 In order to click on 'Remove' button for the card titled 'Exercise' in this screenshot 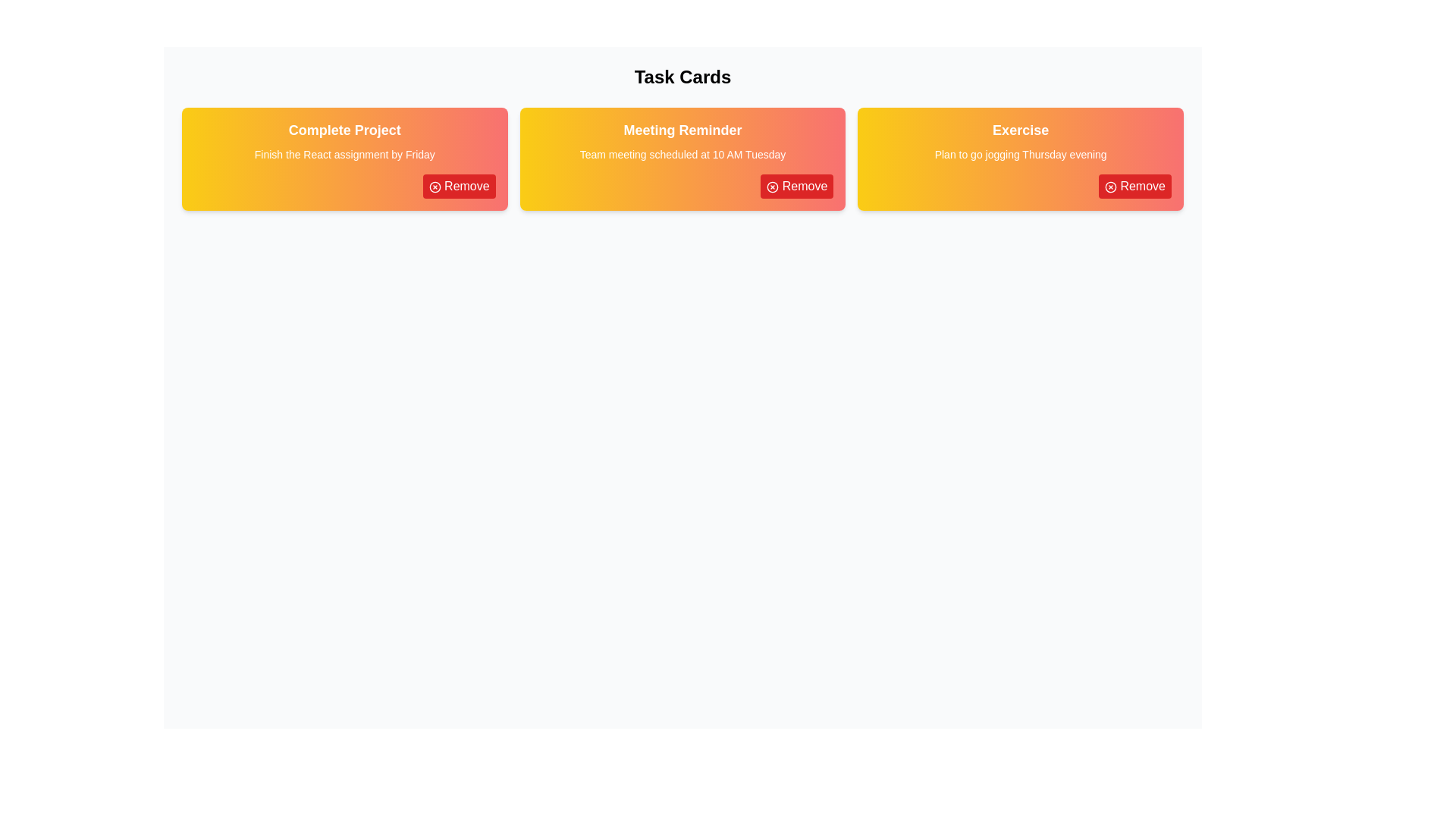, I will do `click(1135, 186)`.